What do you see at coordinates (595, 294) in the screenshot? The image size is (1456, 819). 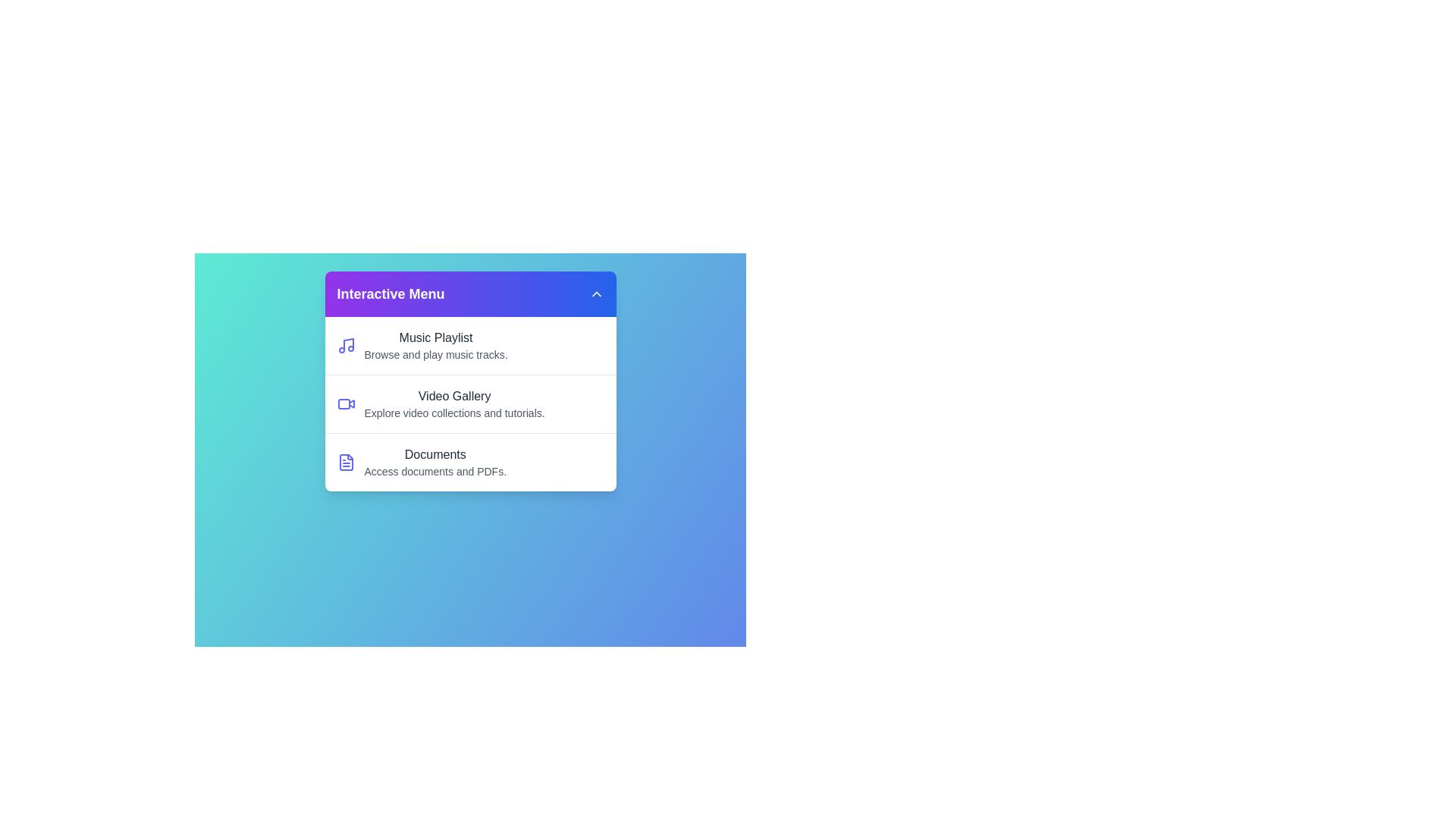 I see `chevron button at the top-right corner of the menu to toggle its expanded state` at bounding box center [595, 294].